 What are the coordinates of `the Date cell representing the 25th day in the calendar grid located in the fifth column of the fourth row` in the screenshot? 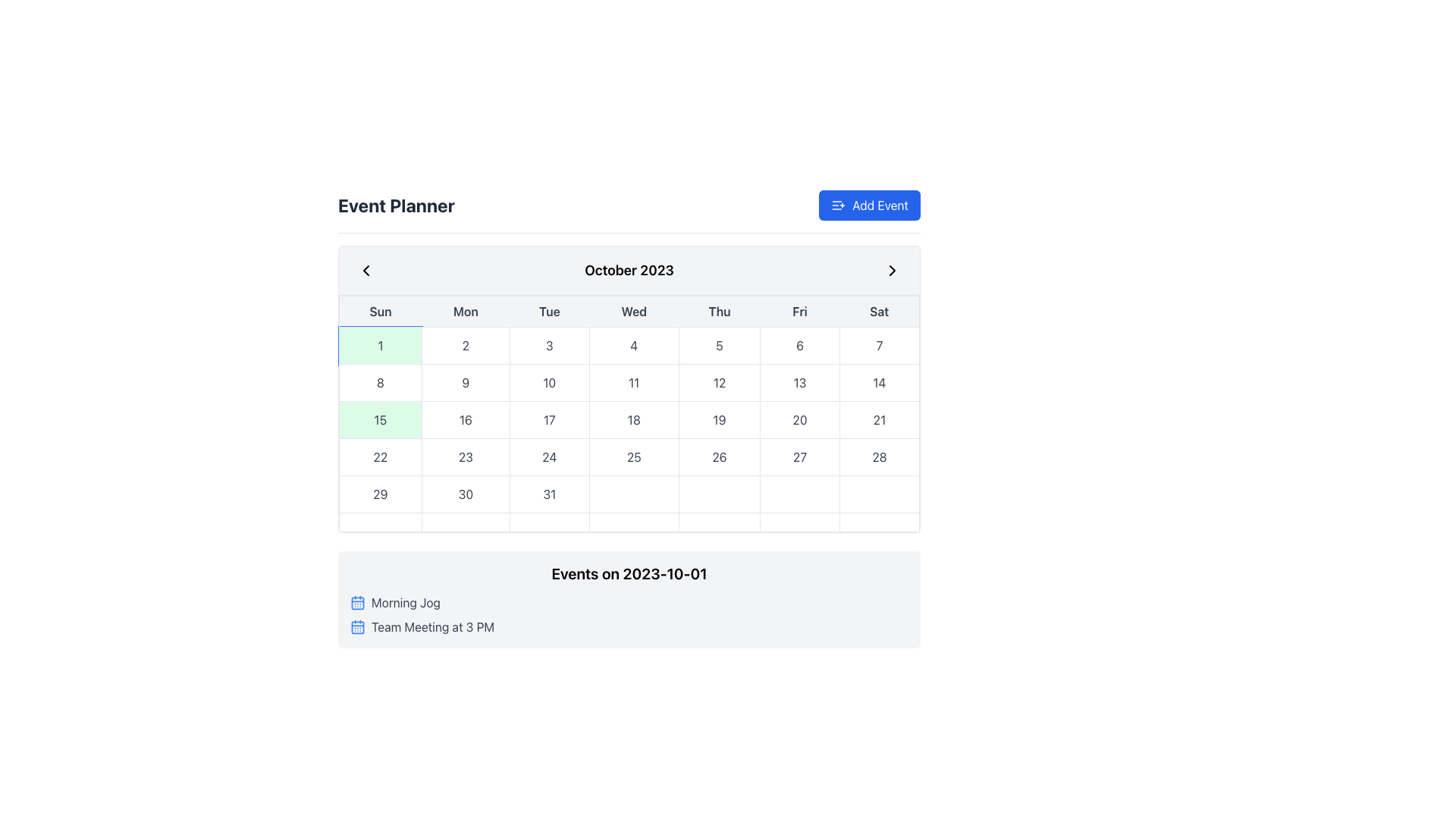 It's located at (629, 456).